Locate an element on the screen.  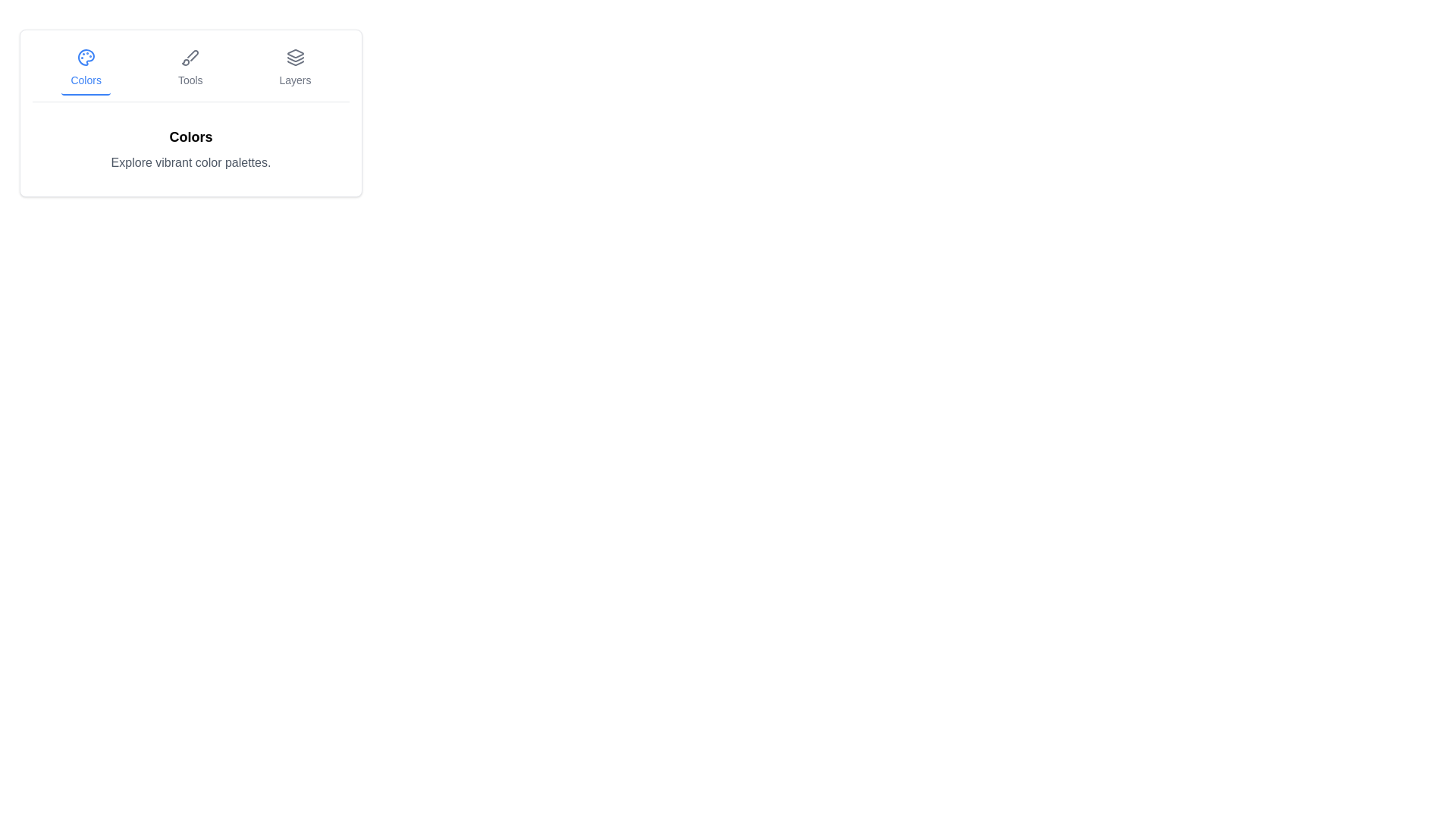
the tab labeled Tools by clicking its button is located at coordinates (190, 69).